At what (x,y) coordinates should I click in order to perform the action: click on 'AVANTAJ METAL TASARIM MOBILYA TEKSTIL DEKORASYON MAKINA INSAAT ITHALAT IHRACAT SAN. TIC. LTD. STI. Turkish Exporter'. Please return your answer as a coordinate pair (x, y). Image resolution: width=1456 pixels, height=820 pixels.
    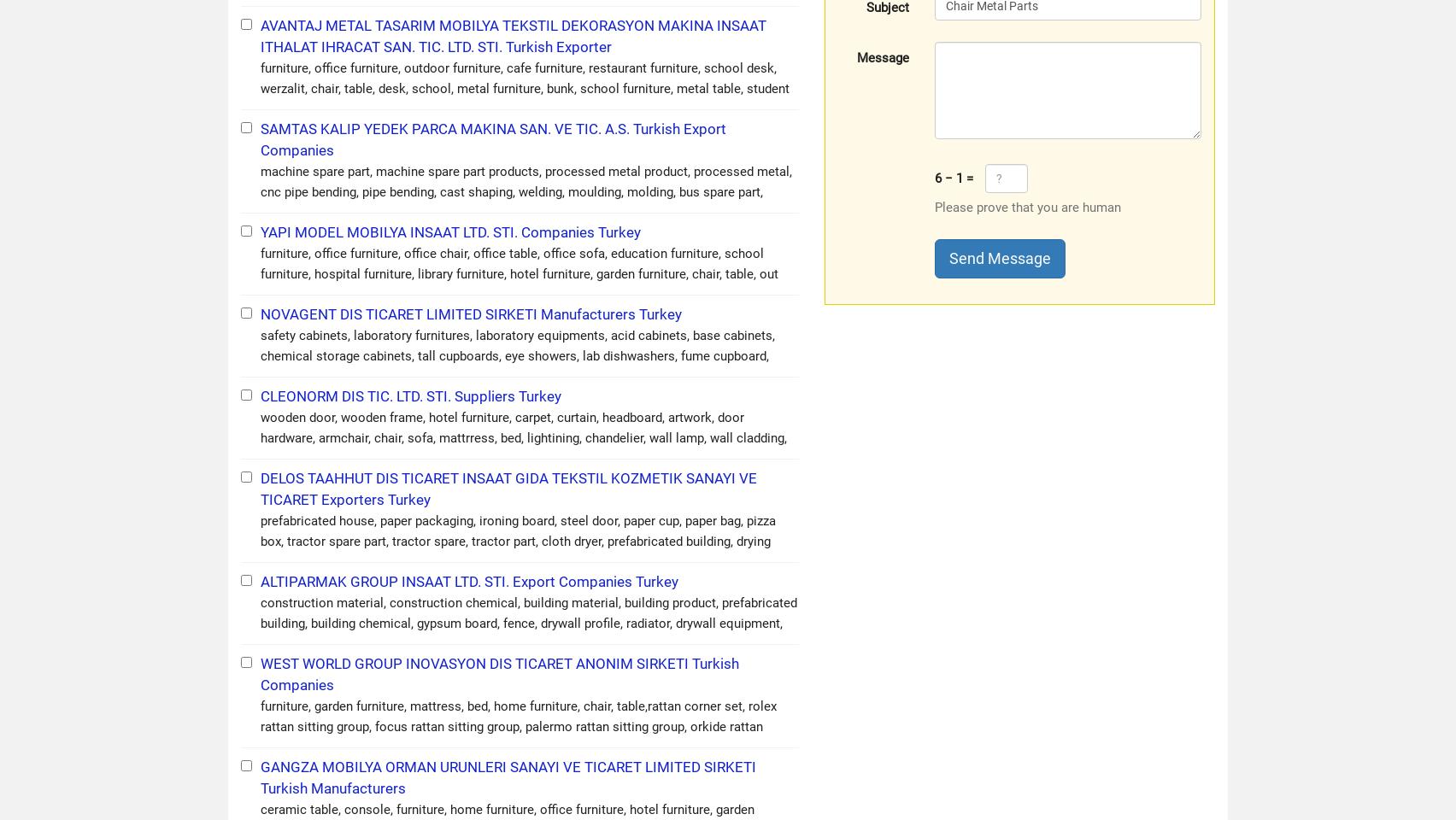
    Looking at the image, I should click on (514, 35).